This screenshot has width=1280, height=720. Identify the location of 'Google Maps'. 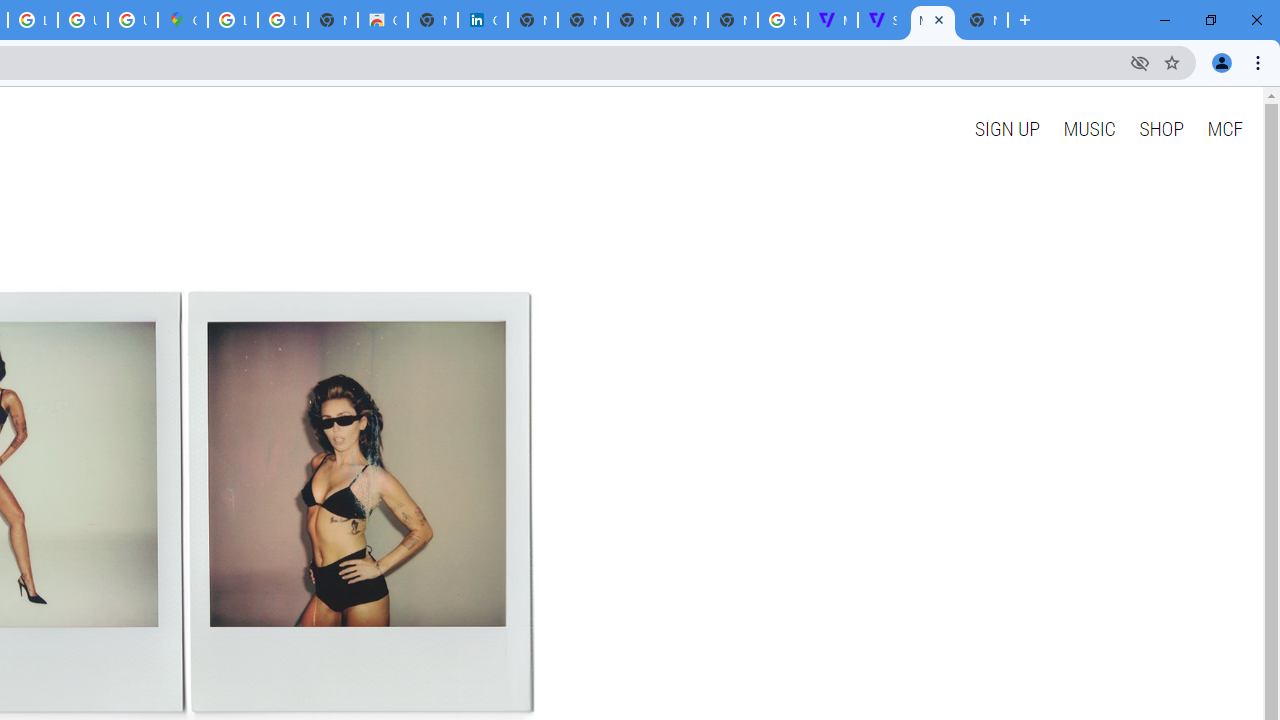
(183, 20).